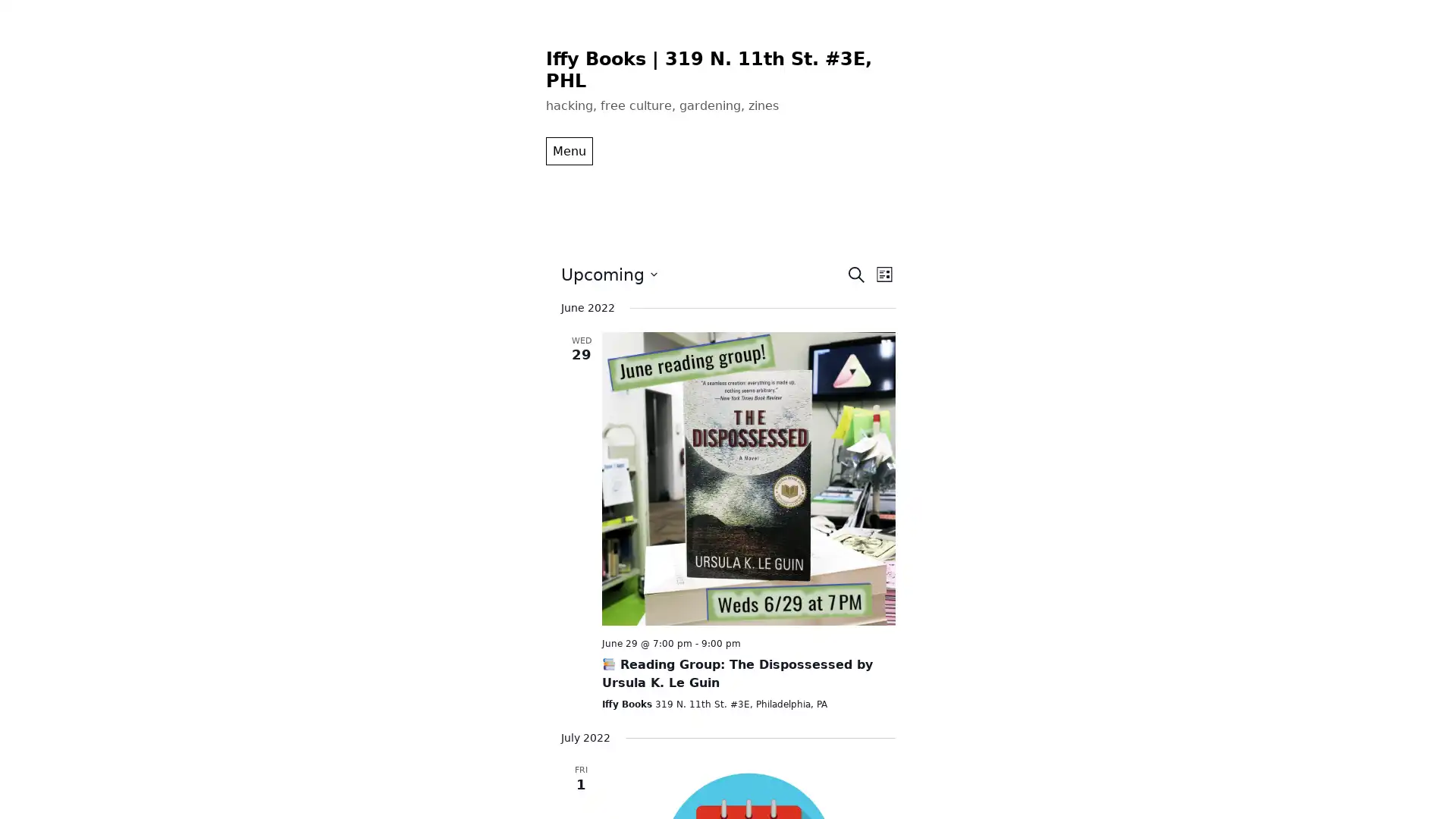 The image size is (1456, 819). Describe the element at coordinates (608, 274) in the screenshot. I see `Click to toggle datepicker` at that location.